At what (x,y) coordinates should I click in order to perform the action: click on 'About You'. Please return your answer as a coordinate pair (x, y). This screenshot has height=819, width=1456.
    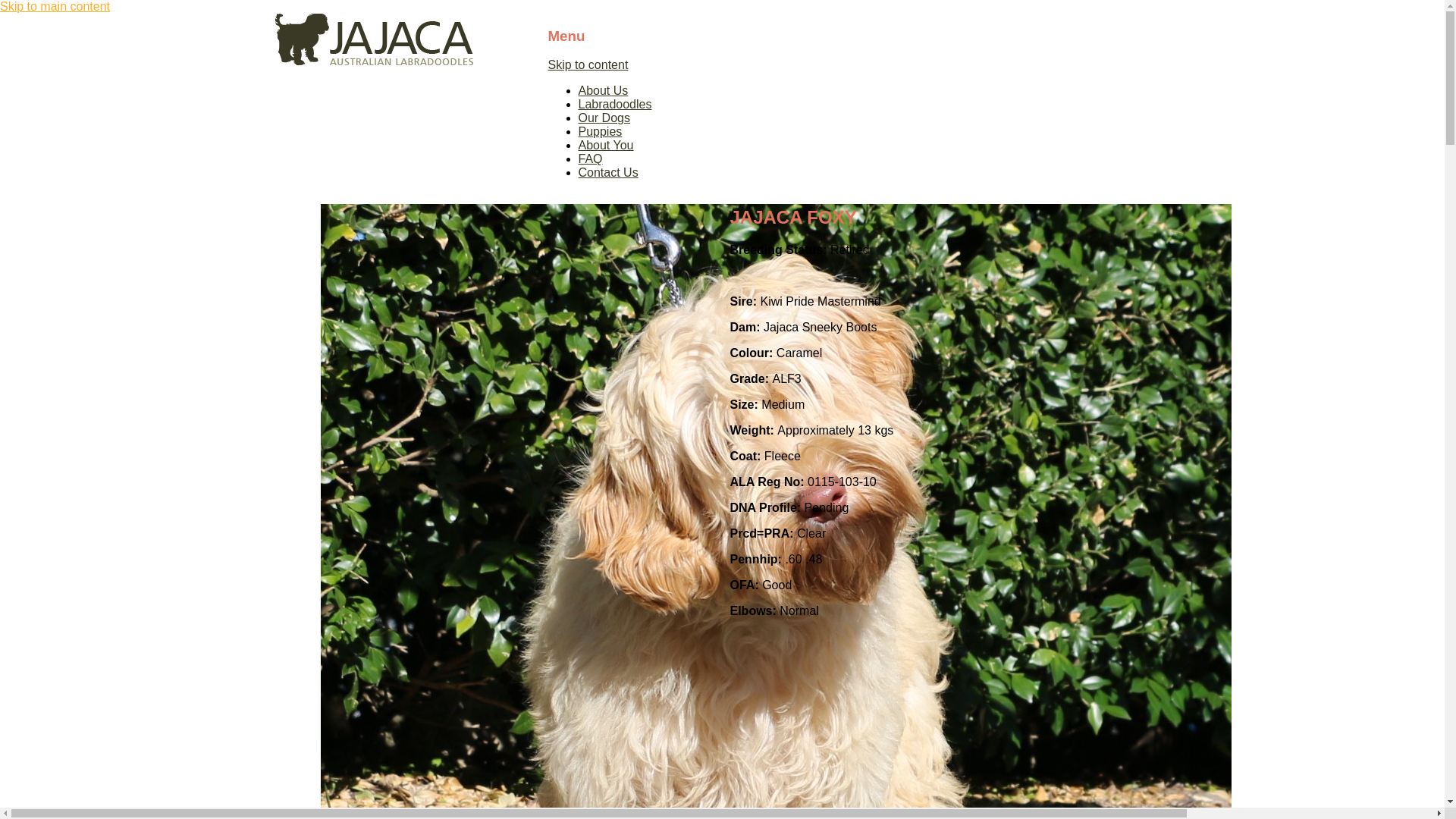
    Looking at the image, I should click on (604, 145).